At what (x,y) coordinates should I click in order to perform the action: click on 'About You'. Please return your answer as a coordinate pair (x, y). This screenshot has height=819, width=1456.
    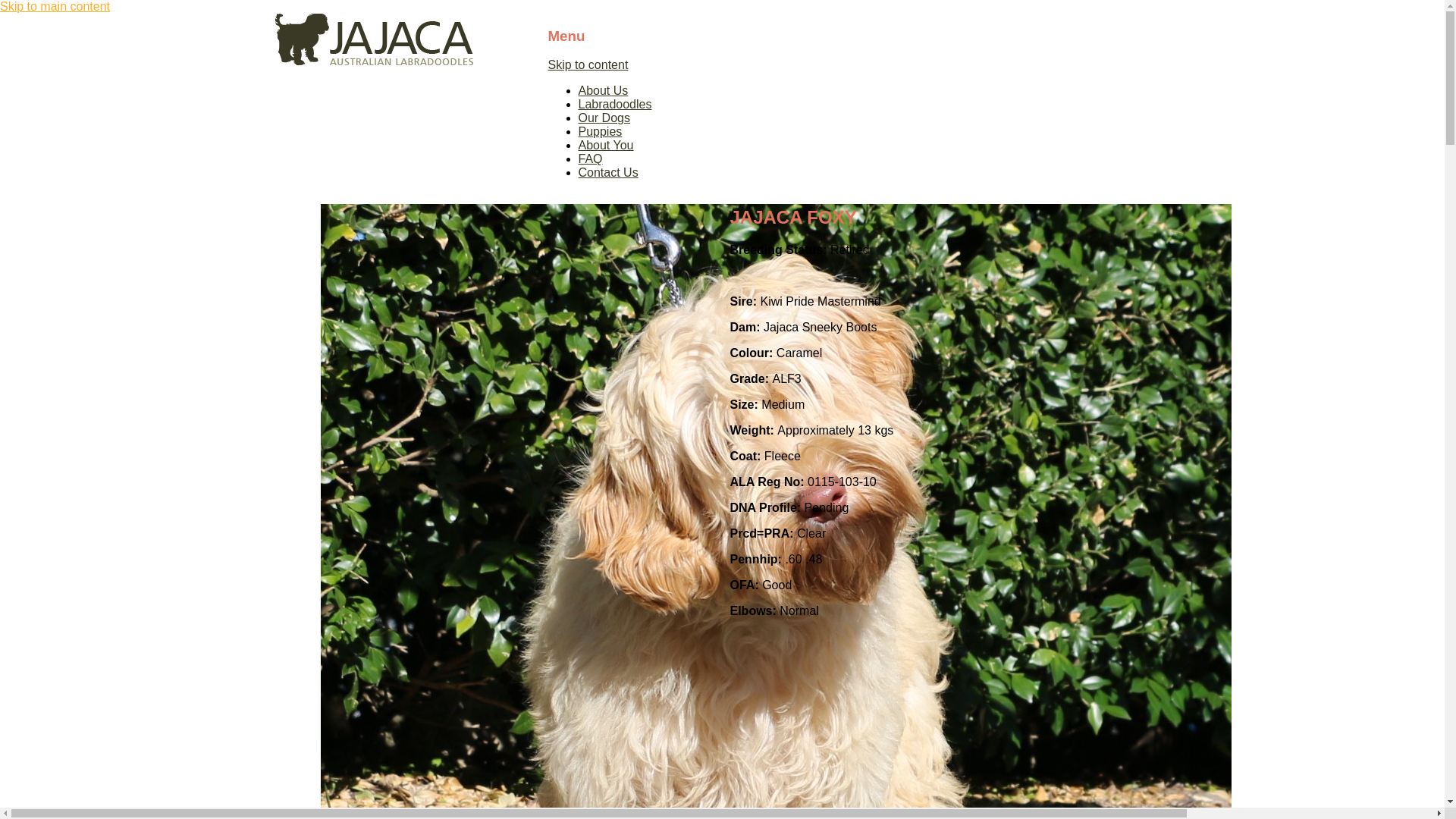
    Looking at the image, I should click on (604, 145).